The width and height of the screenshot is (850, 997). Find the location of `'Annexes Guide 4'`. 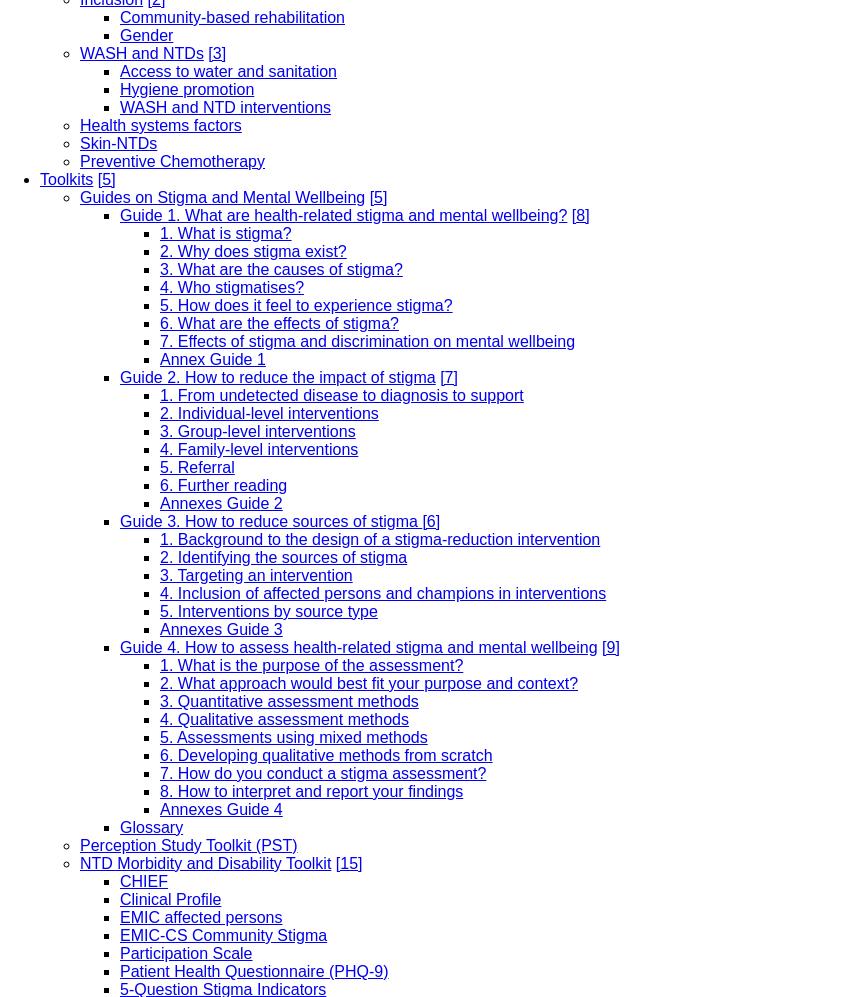

'Annexes Guide 4' is located at coordinates (221, 807).